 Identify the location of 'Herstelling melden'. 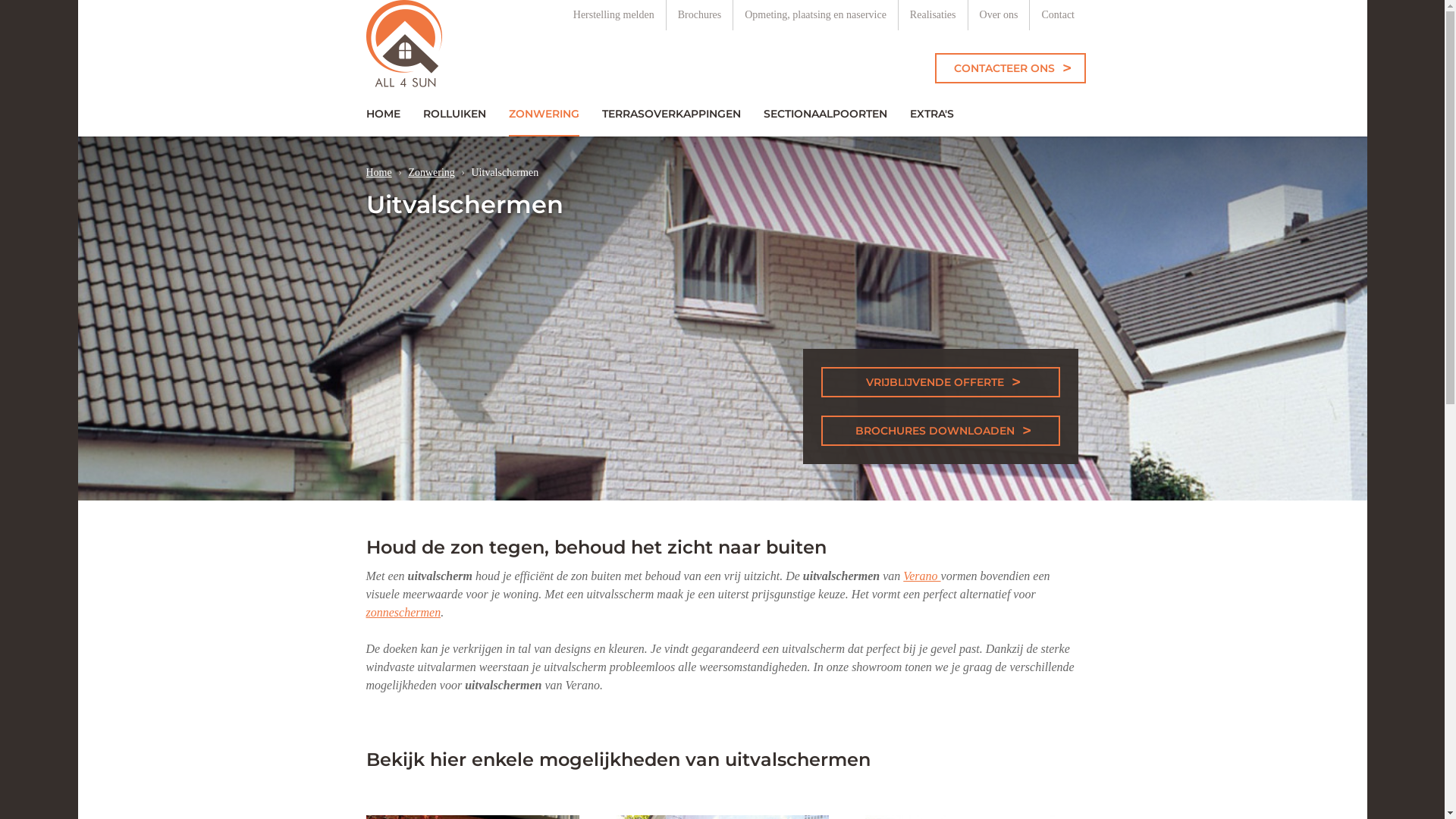
(613, 14).